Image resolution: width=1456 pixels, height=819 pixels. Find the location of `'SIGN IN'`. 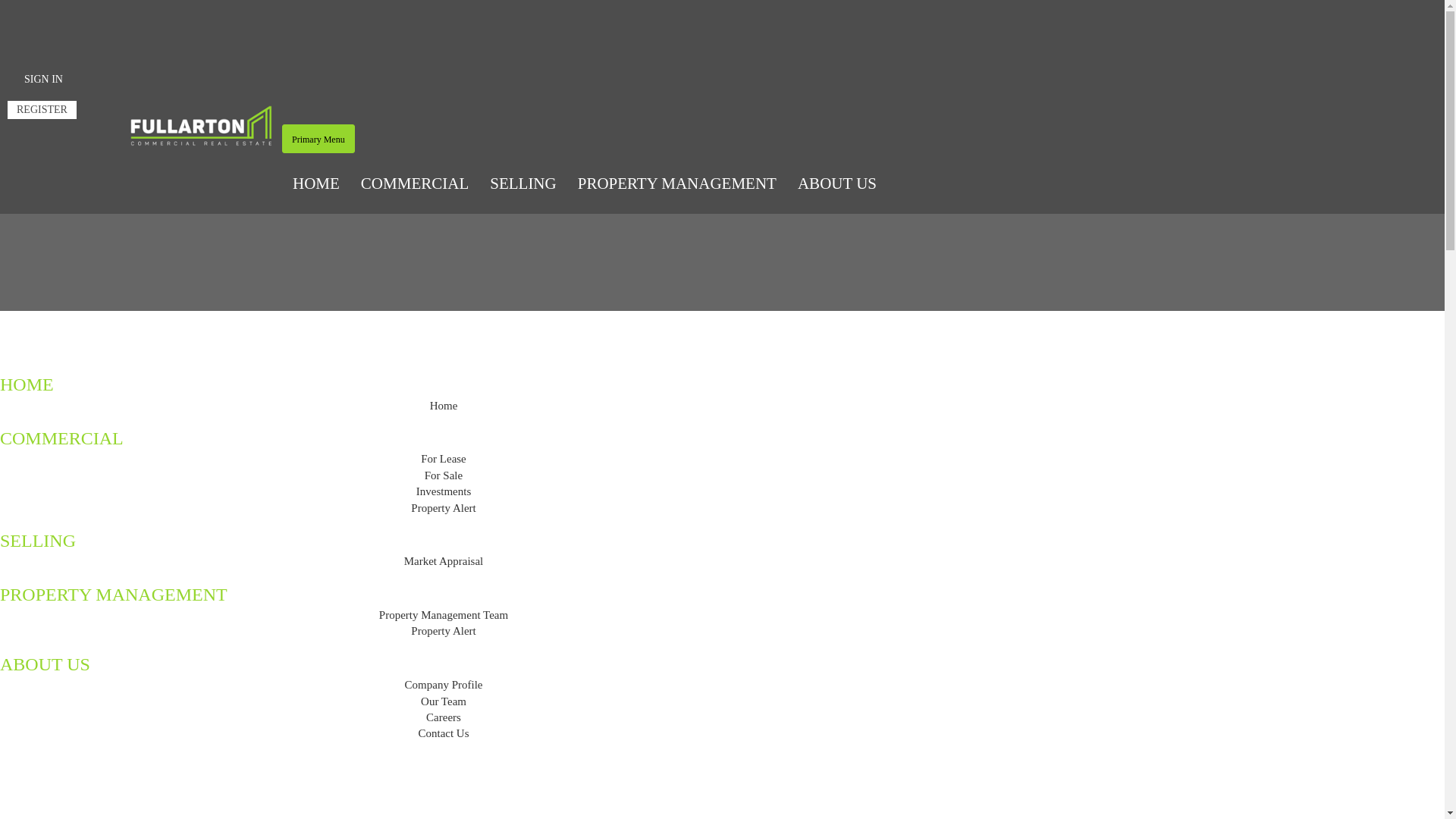

'SIGN IN' is located at coordinates (43, 79).